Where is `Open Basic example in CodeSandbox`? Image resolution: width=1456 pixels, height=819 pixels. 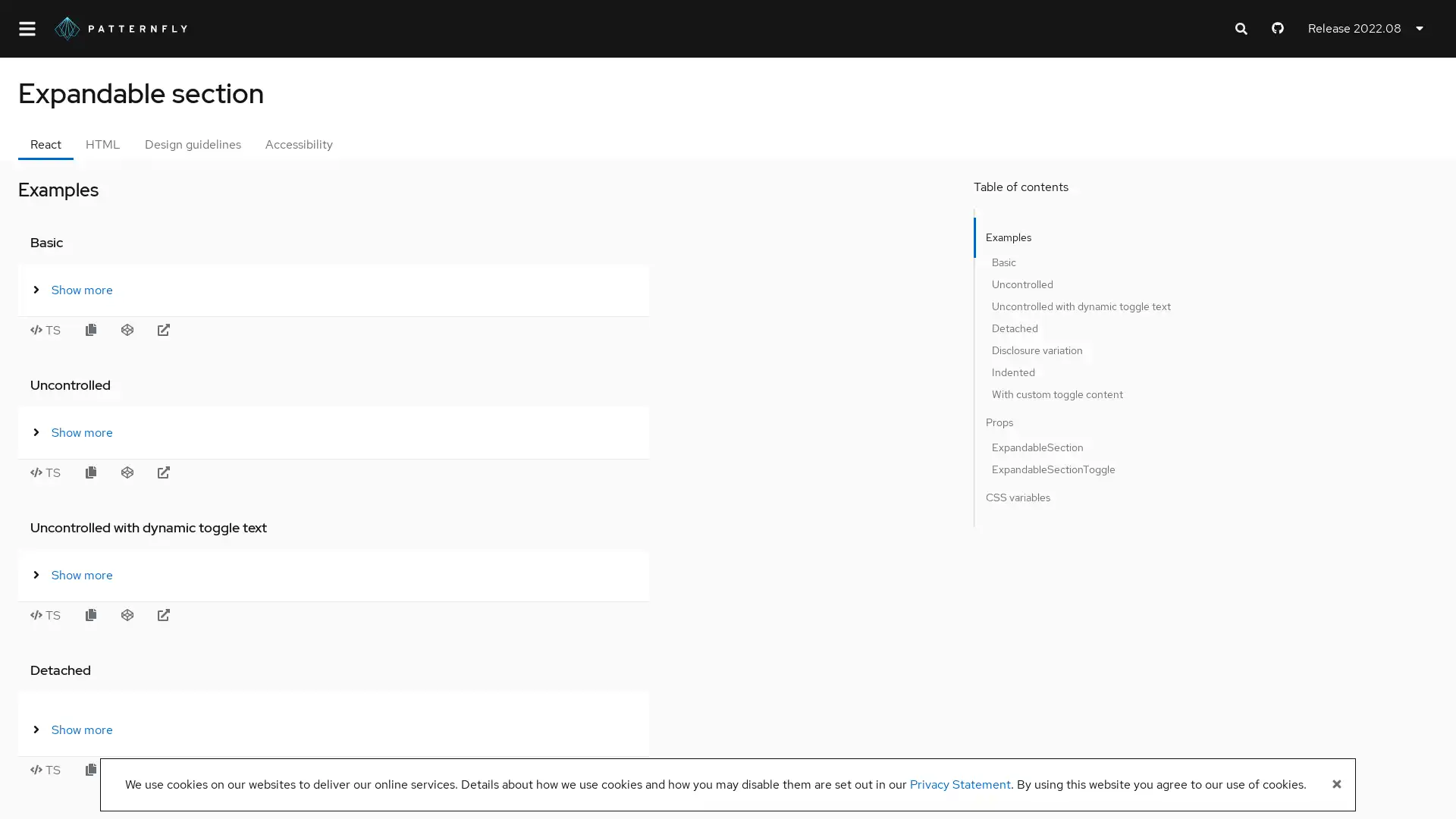
Open Basic example in CodeSandbox is located at coordinates (346, 329).